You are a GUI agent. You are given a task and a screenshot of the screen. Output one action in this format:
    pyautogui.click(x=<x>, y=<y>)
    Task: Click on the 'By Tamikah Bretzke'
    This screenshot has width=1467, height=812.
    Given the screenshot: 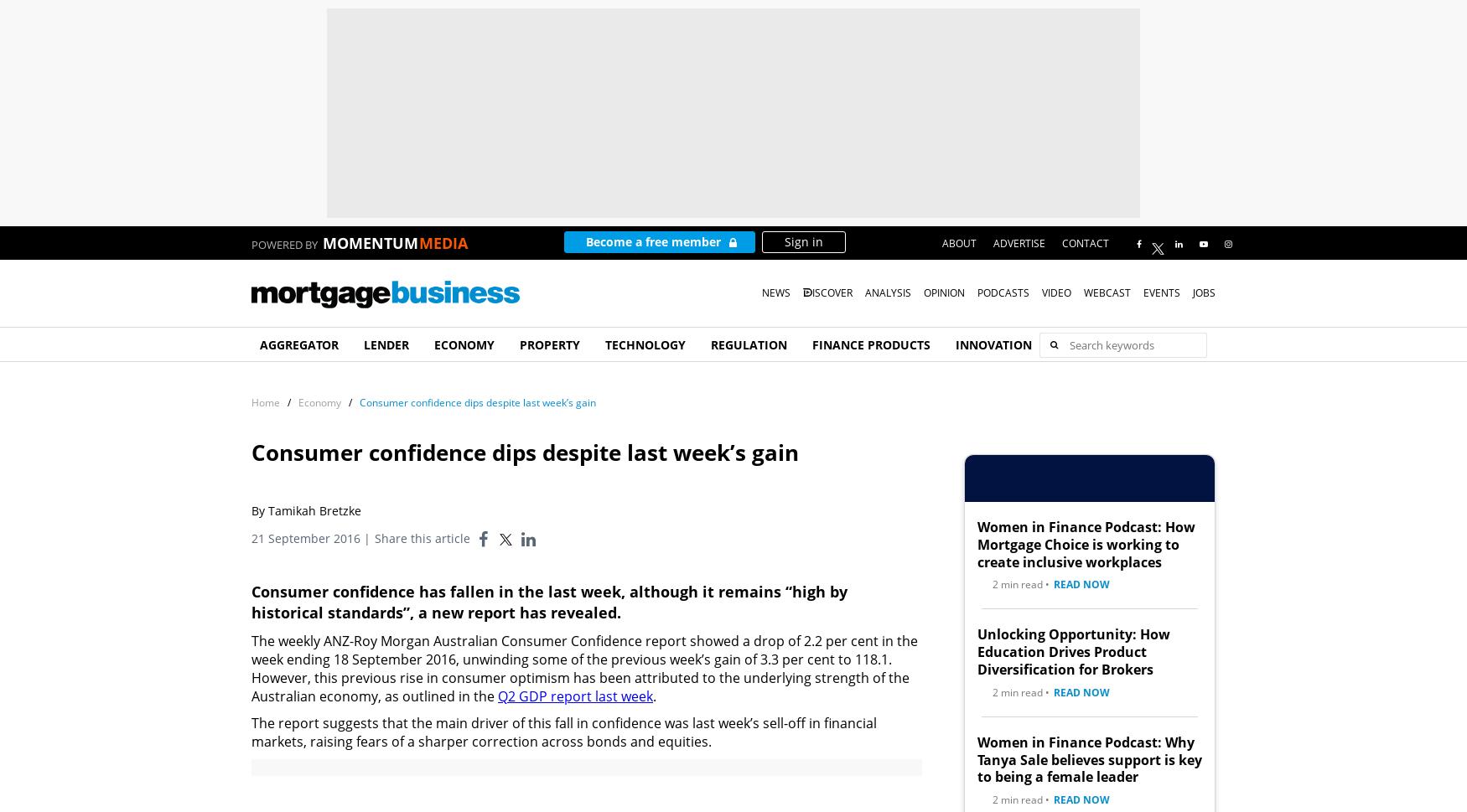 What is the action you would take?
    pyautogui.click(x=250, y=509)
    